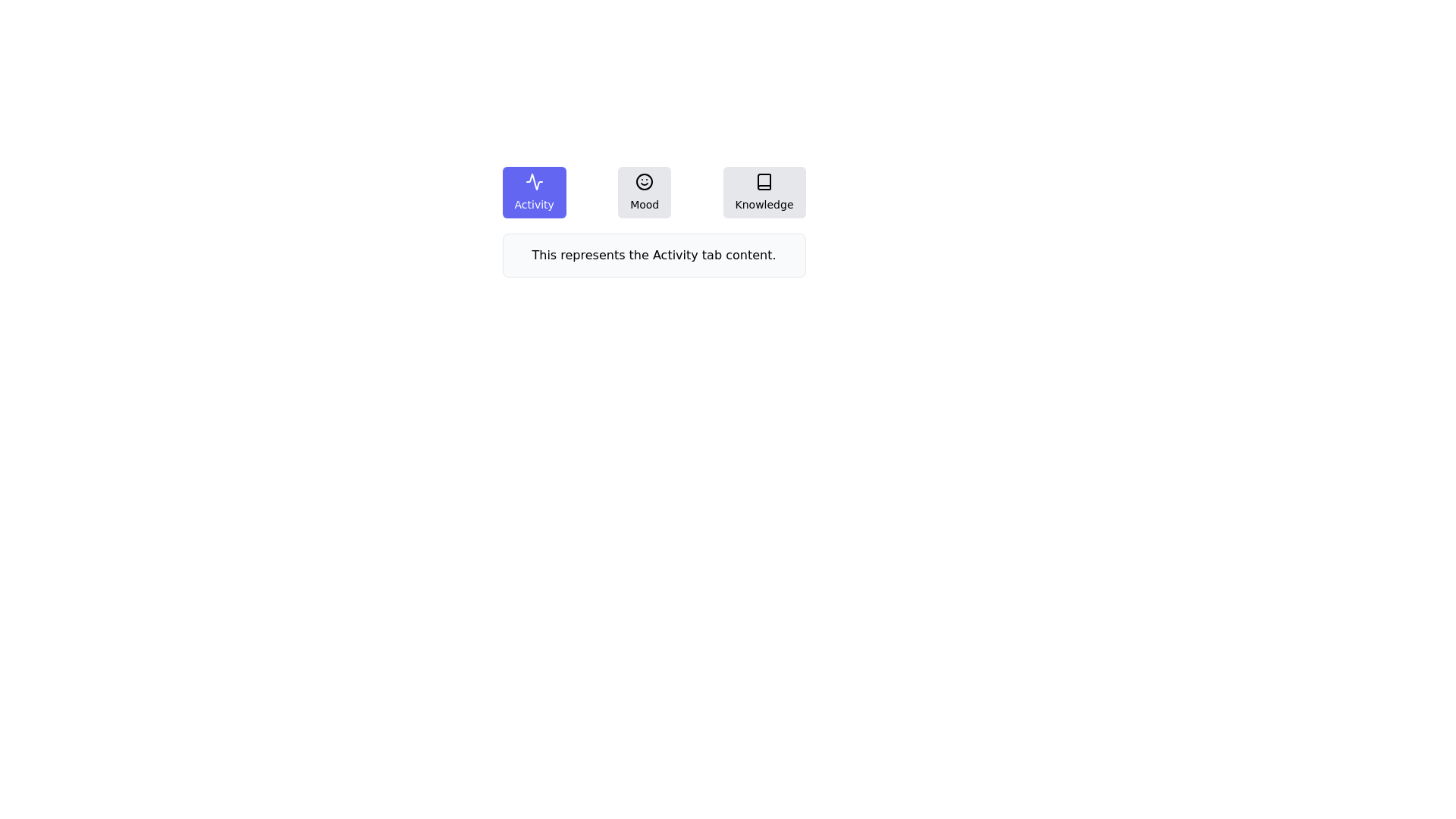 The image size is (1456, 819). I want to click on the 'Activity' SVG icon located at the top of the interface, which serves as a visual representation of the 'Activity' feature, so click(534, 180).